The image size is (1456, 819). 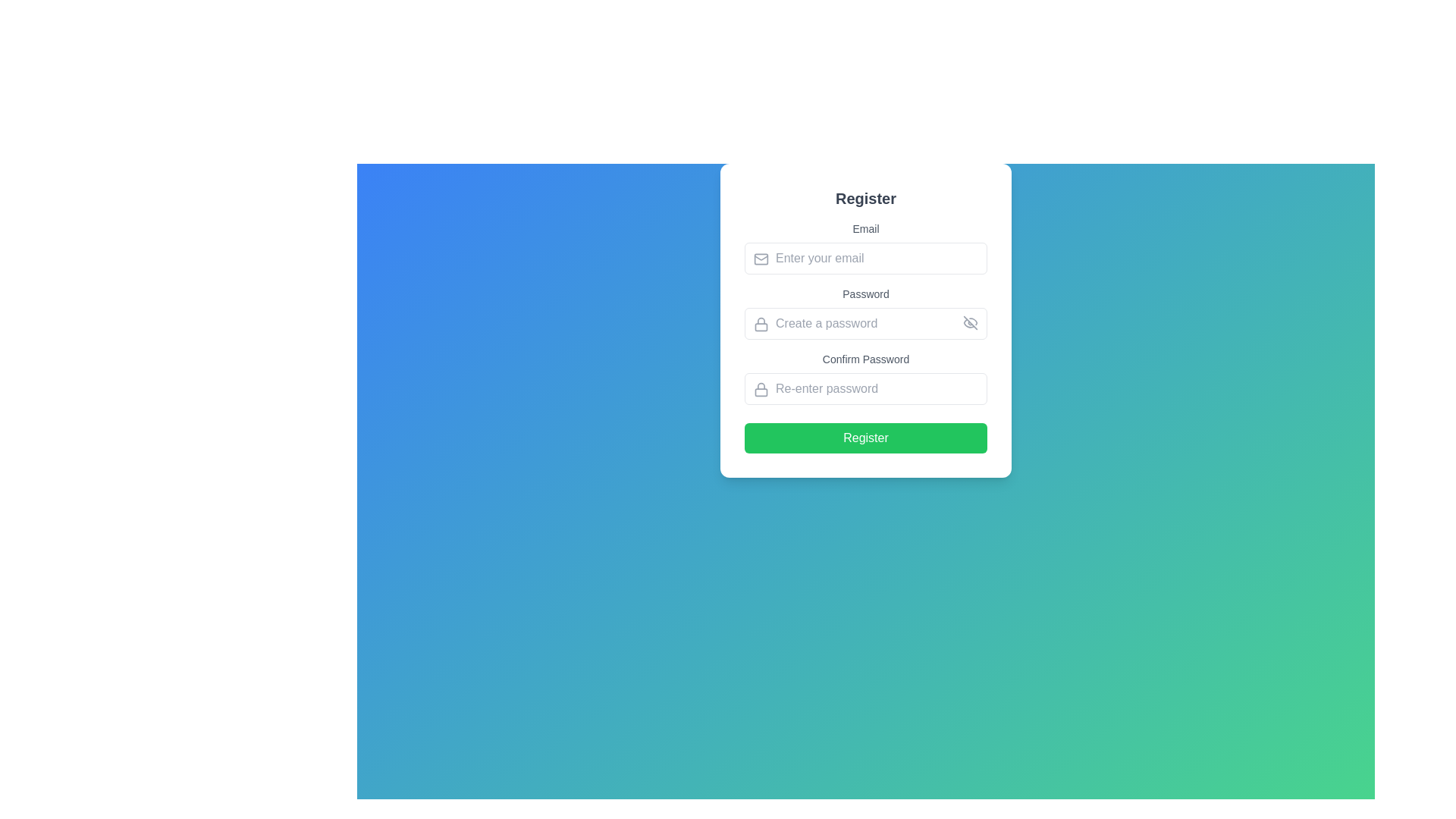 I want to click on the password input field located under the 'Register' heading to focus the input, so click(x=866, y=323).